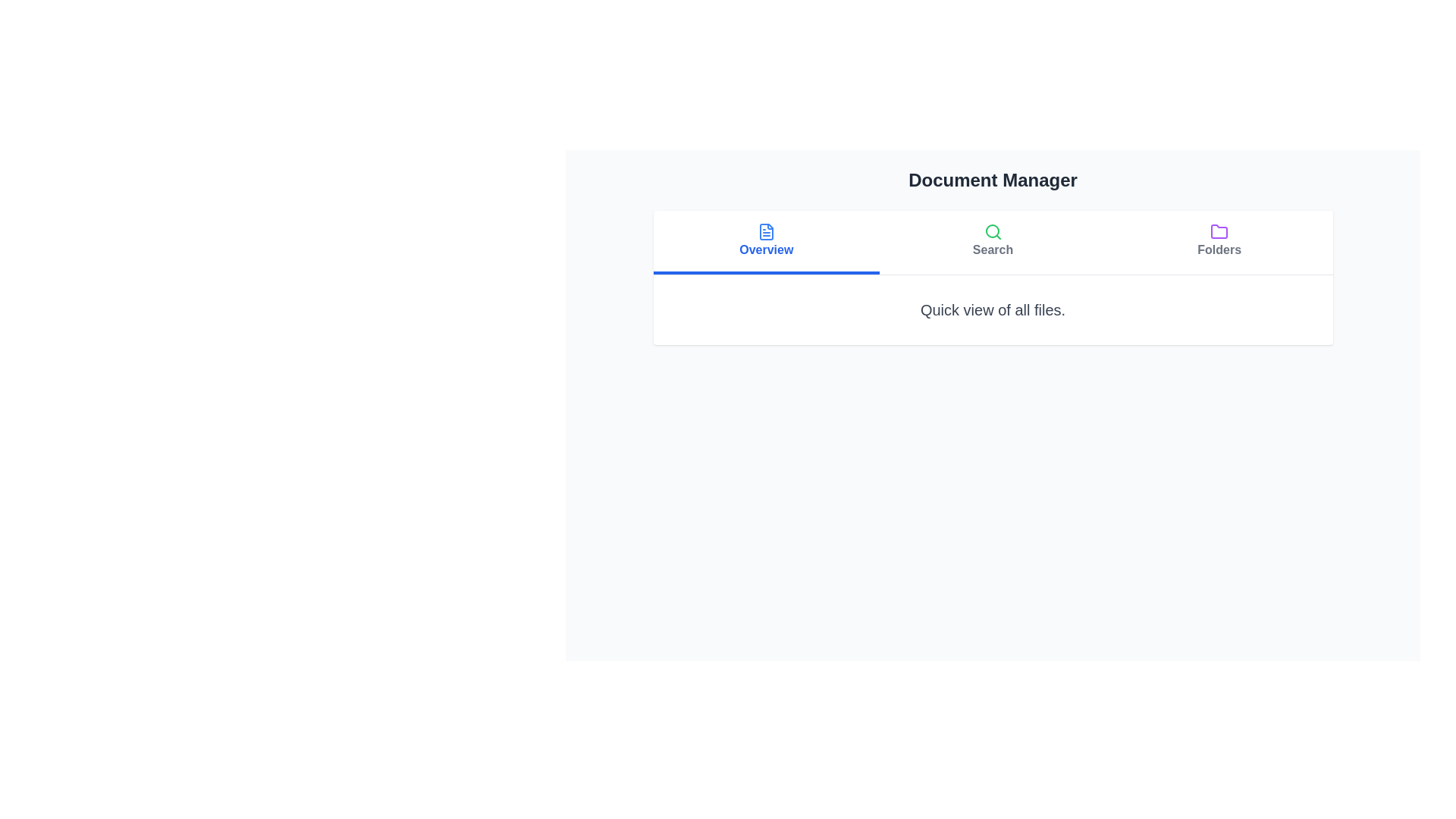  Describe the element at coordinates (993, 249) in the screenshot. I see `the text label displaying 'Search' located in the navigation grouping beneath the green search icon, positioned between 'Overview' and 'Folders'` at that location.